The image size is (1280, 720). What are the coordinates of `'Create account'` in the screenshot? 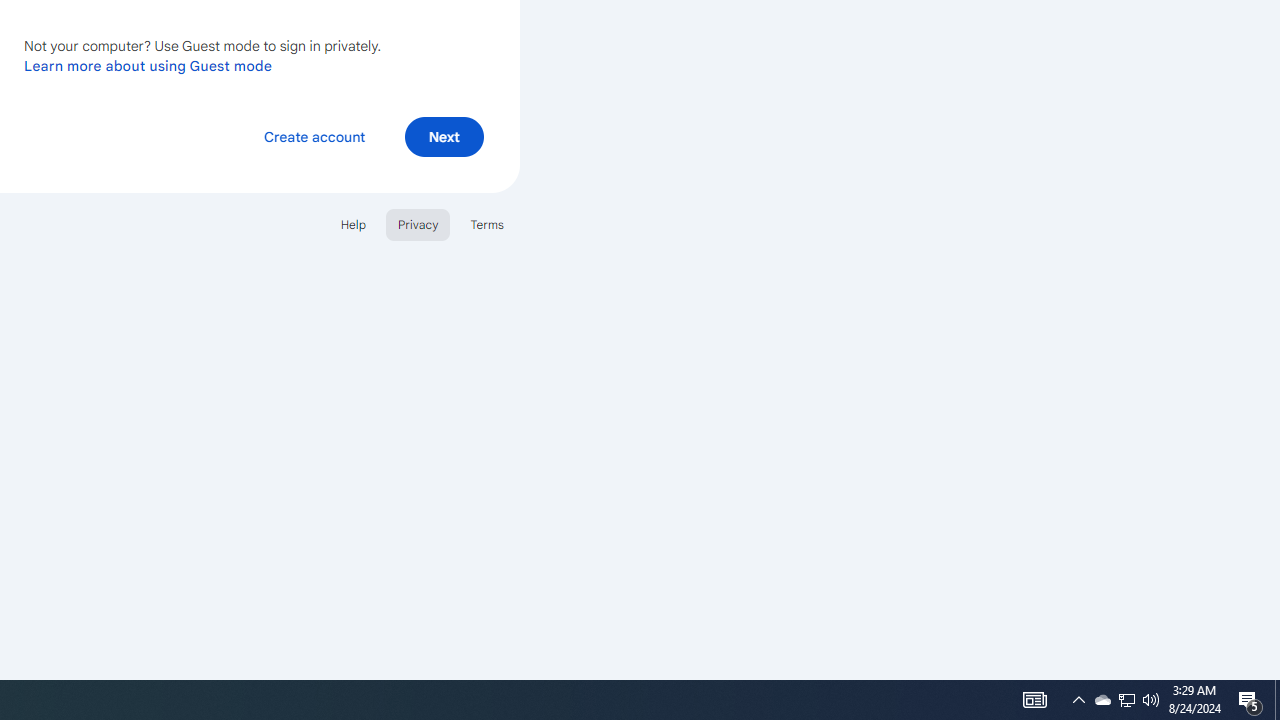 It's located at (313, 135).